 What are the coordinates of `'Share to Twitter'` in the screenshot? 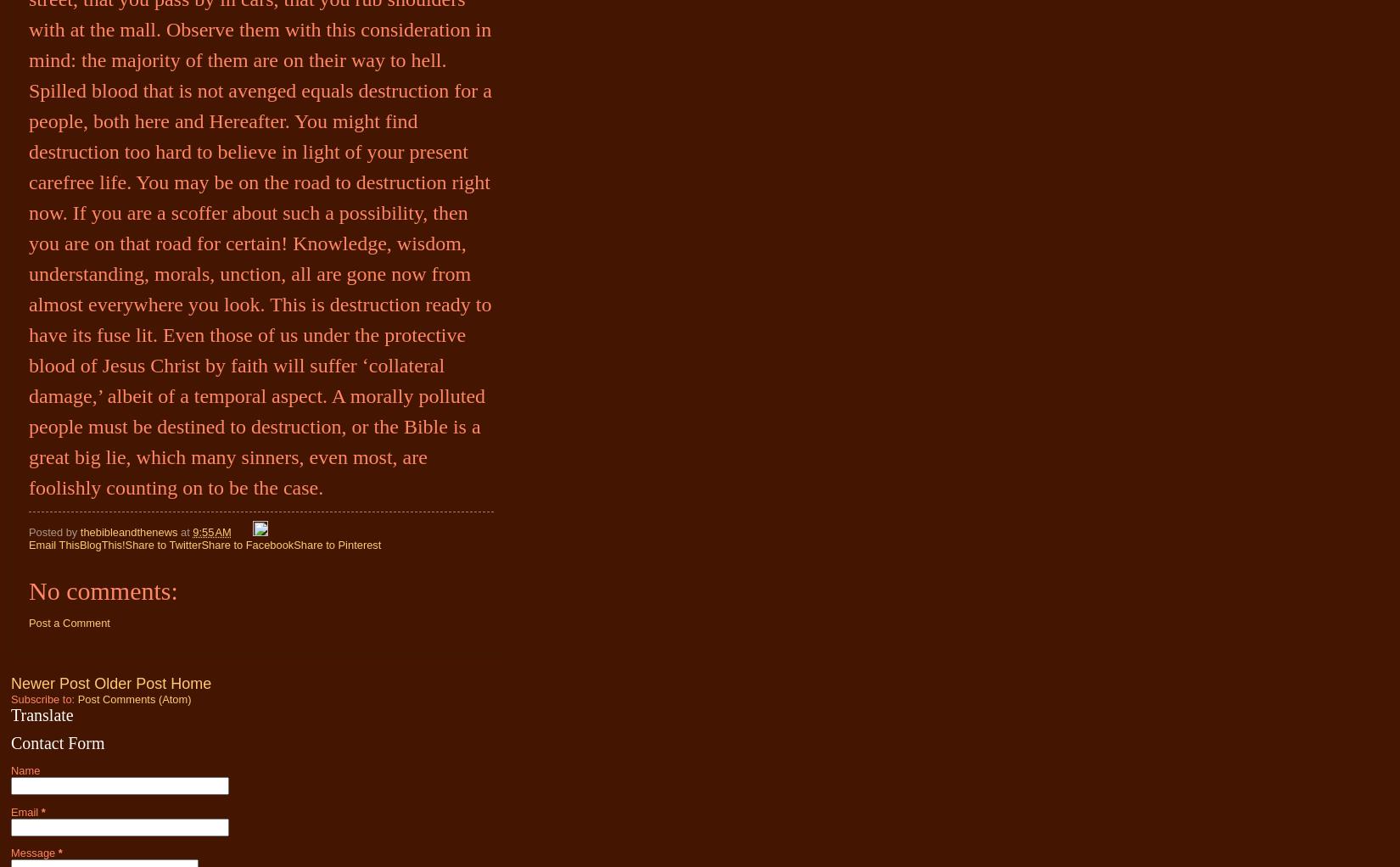 It's located at (125, 545).